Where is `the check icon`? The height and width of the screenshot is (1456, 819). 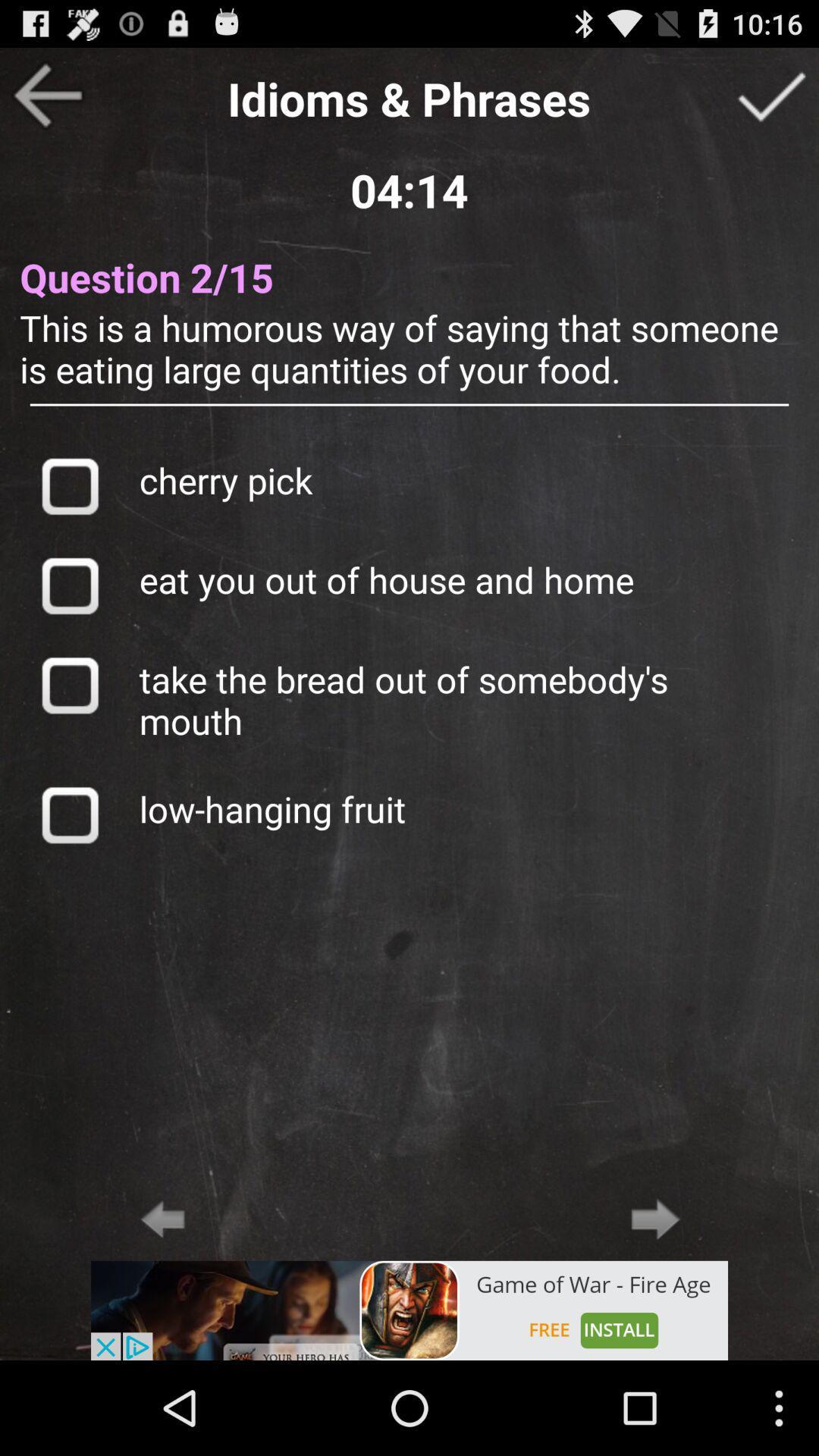 the check icon is located at coordinates (771, 101).